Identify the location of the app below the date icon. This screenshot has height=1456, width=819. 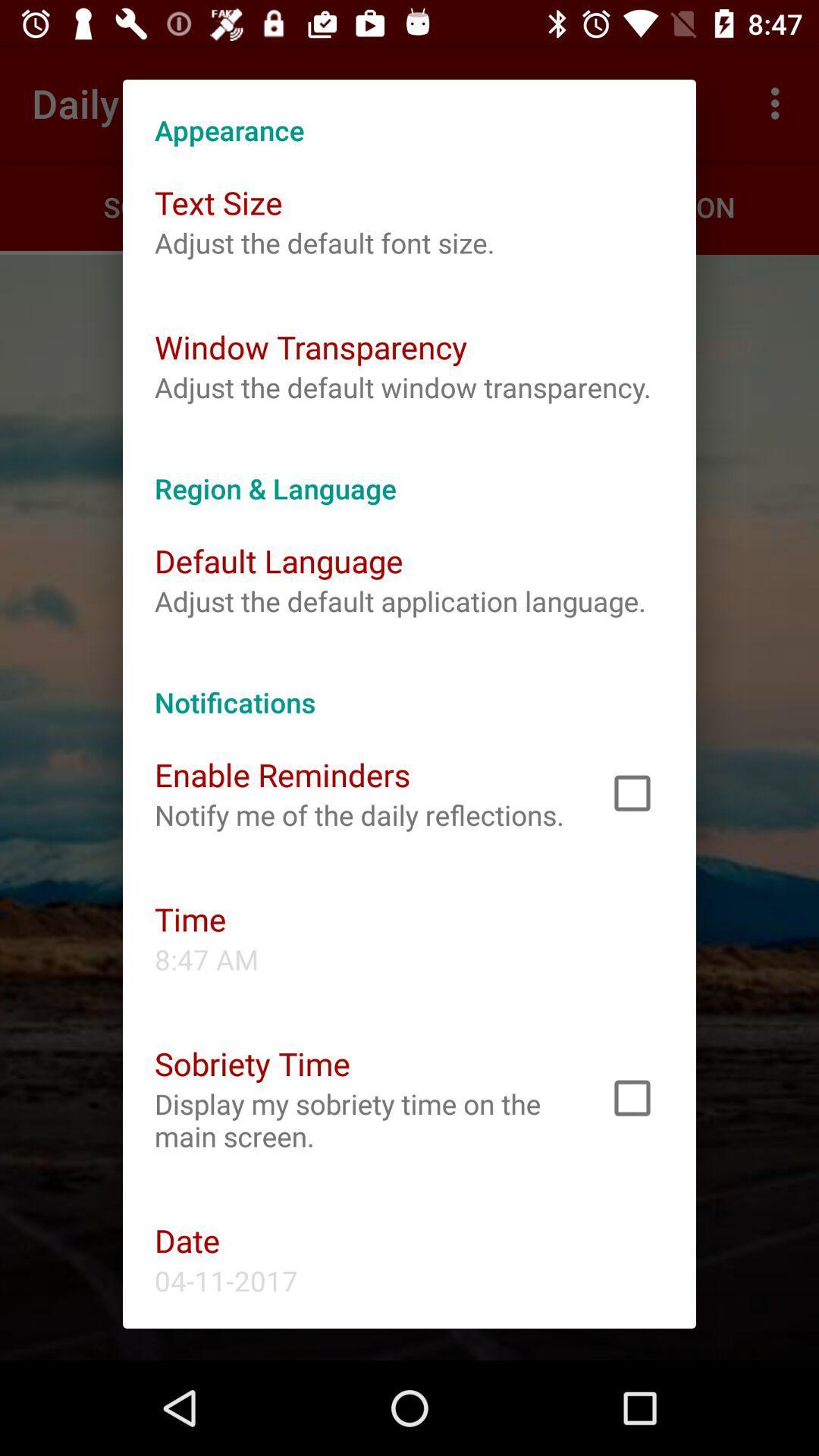
(226, 1280).